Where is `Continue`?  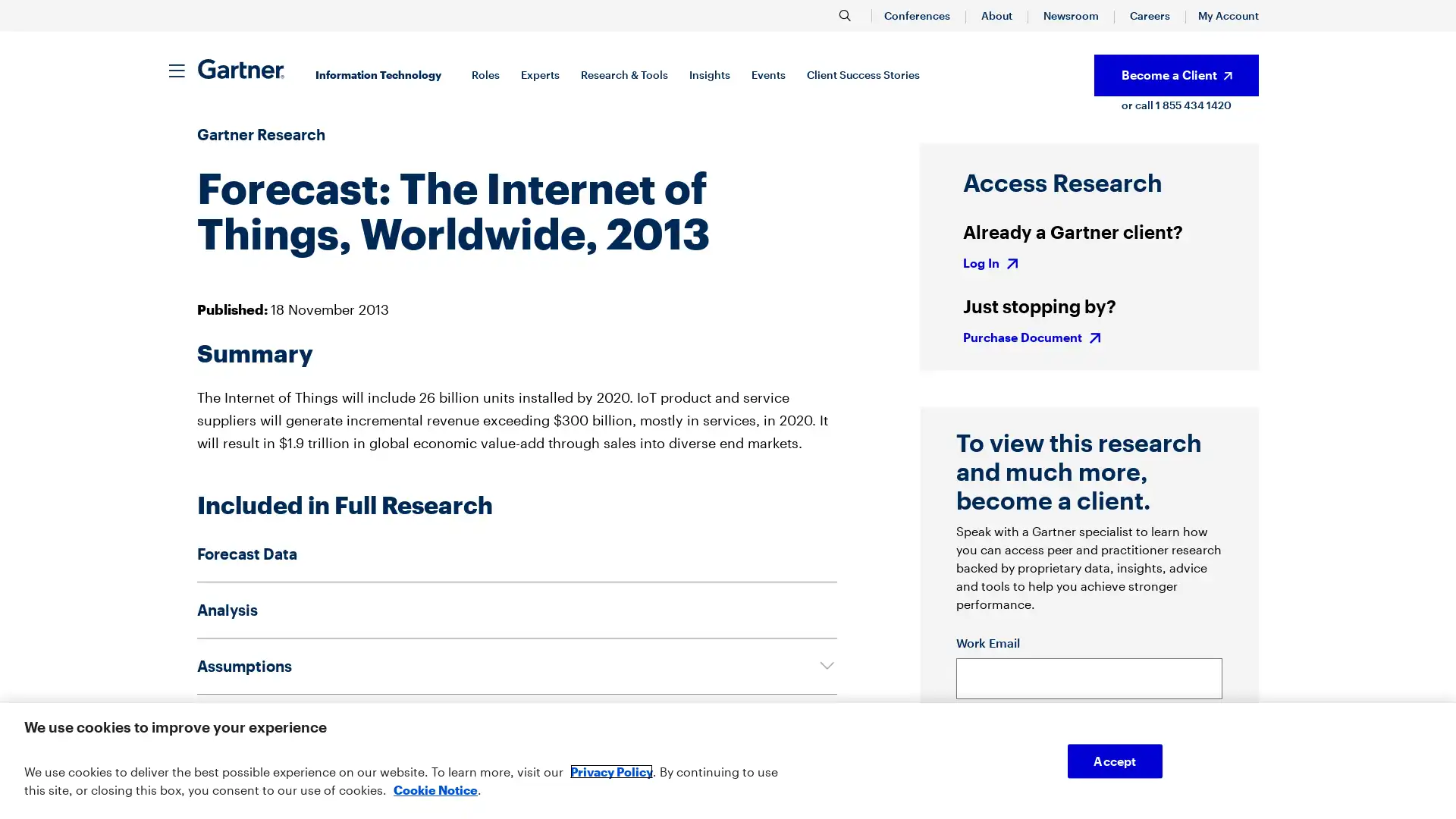 Continue is located at coordinates (1175, 739).